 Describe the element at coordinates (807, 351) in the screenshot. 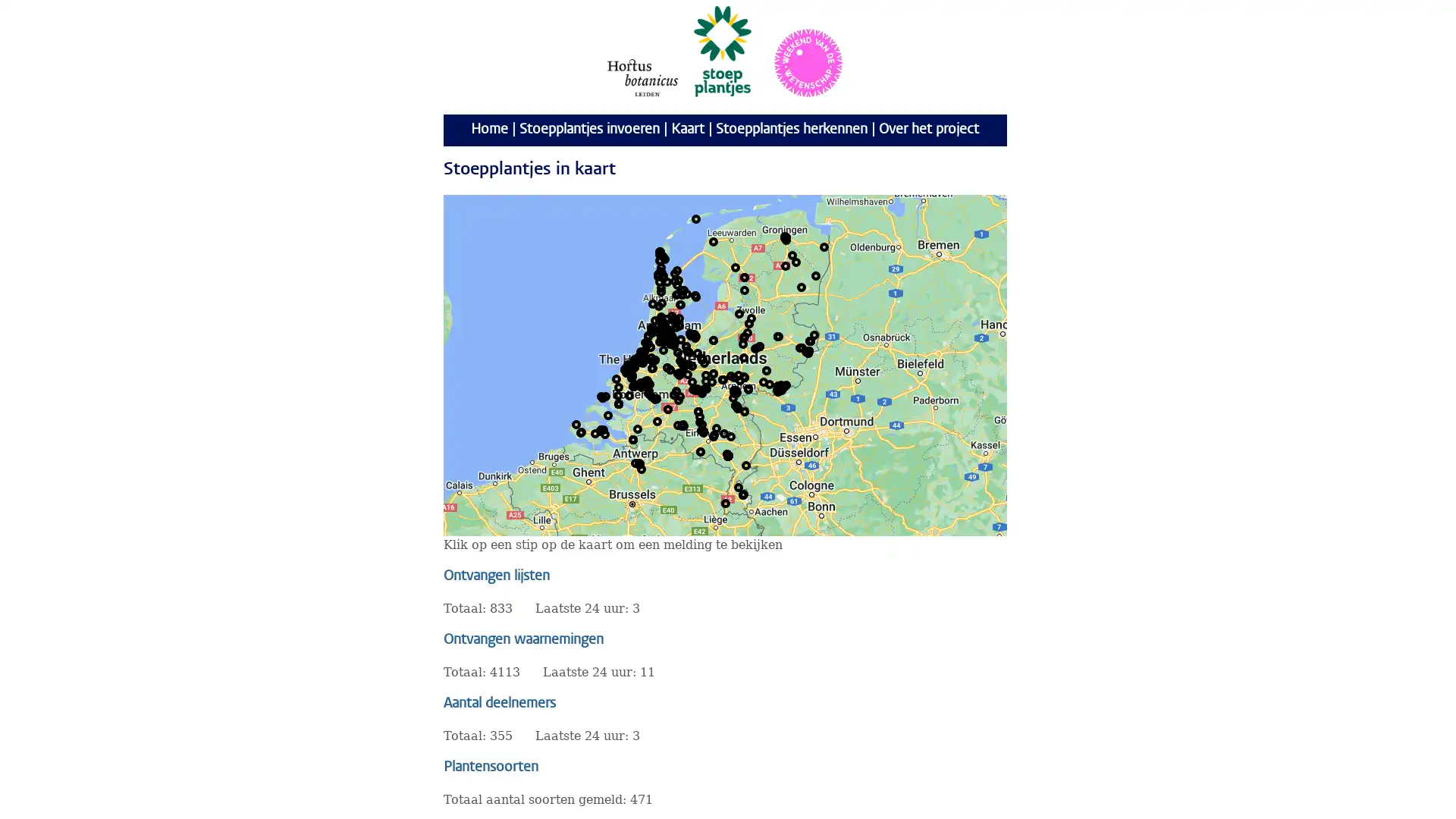

I see `Telling van Marcel Meijer Hof op 20 januari 2022` at that location.